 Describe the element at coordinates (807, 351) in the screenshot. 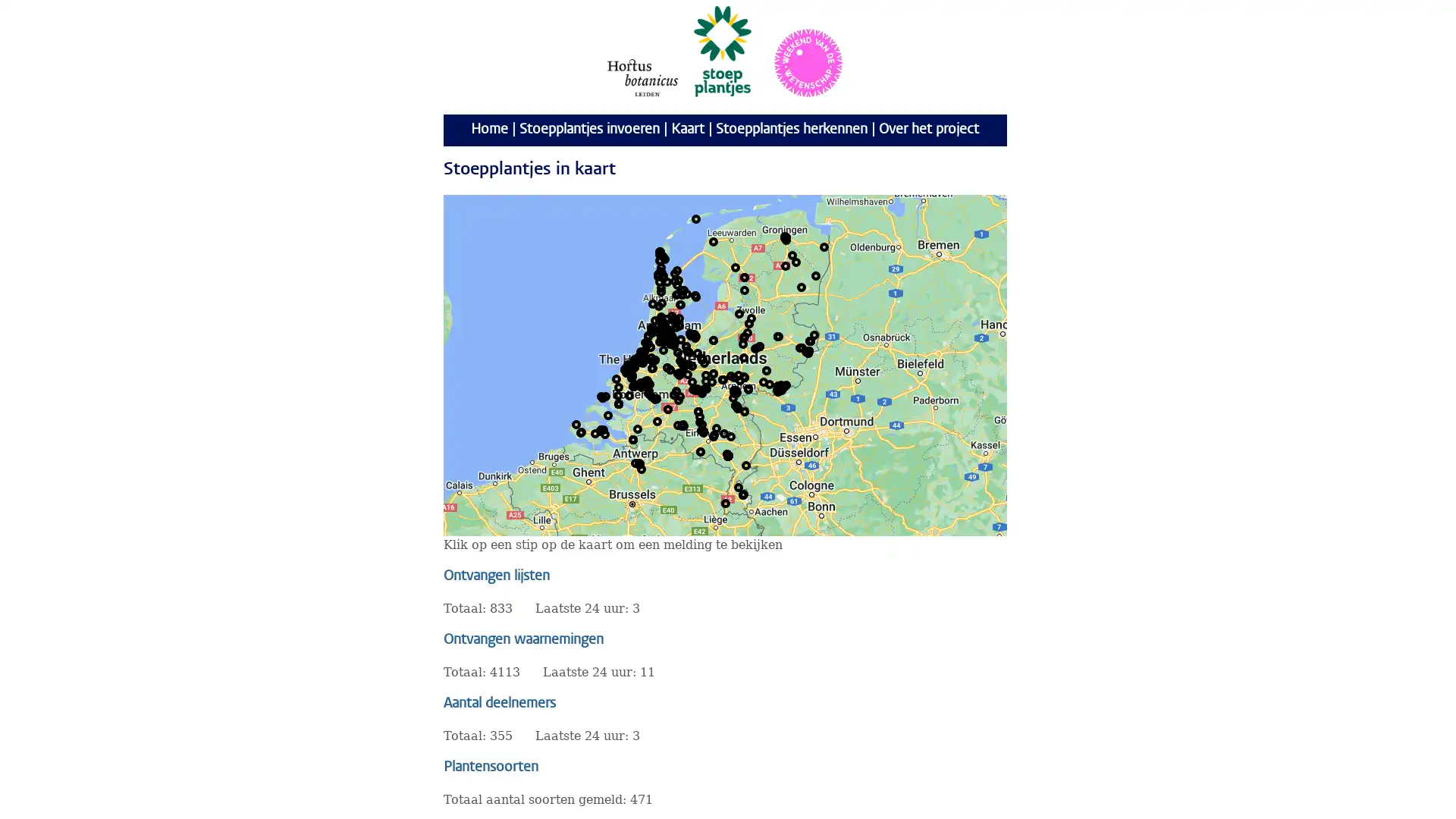

I see `Telling van Marcel Meijer Hof op 20 januari 2022` at that location.